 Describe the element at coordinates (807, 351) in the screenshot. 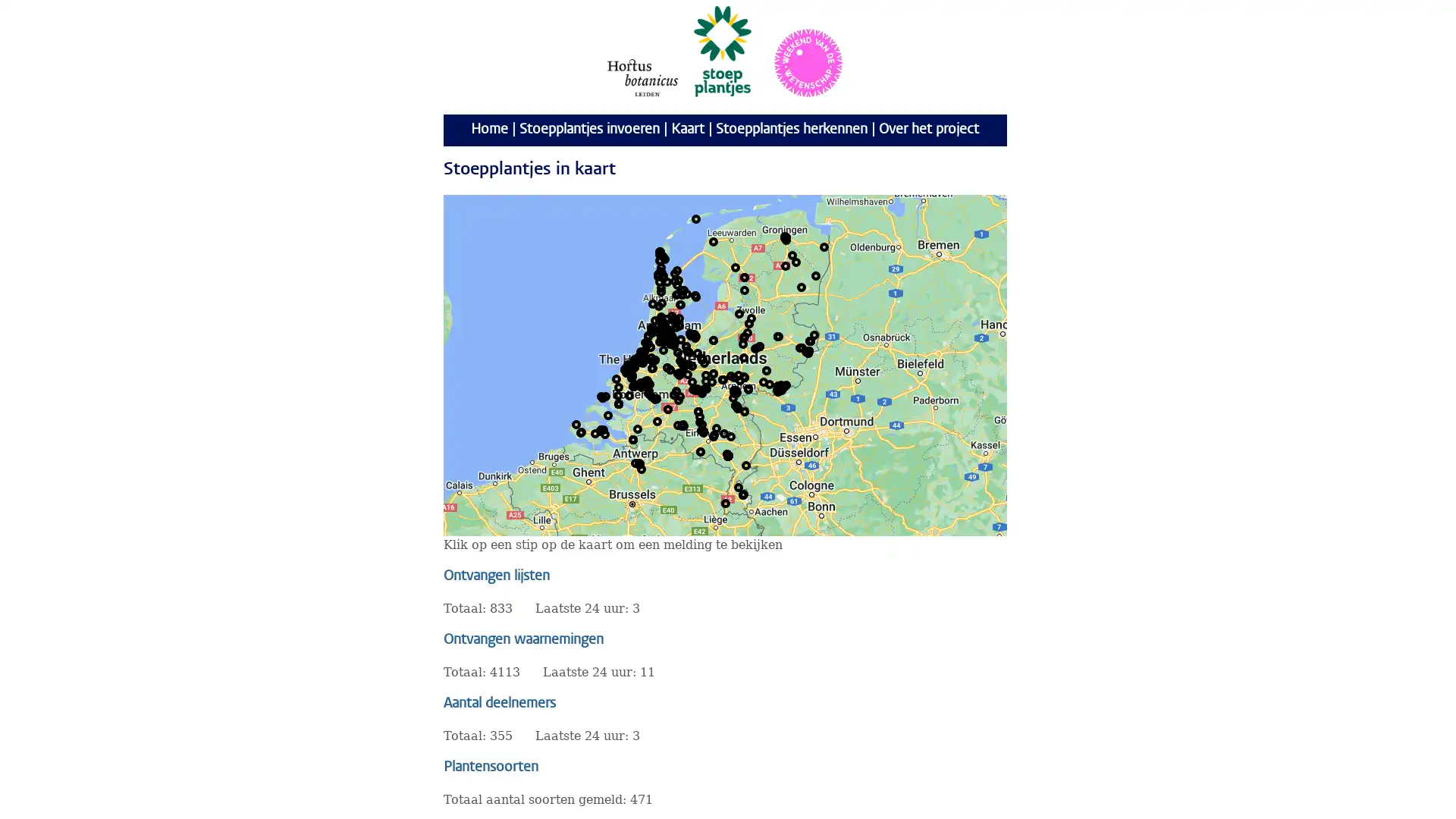

I see `Telling van Marcel Meijer Hof op 20 januari 2022` at that location.